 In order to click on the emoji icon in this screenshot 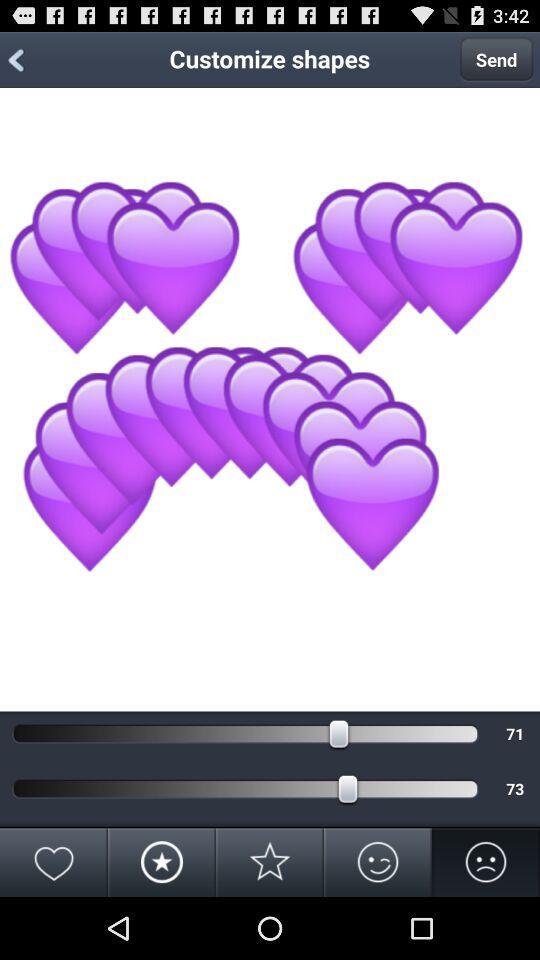, I will do `click(378, 922)`.